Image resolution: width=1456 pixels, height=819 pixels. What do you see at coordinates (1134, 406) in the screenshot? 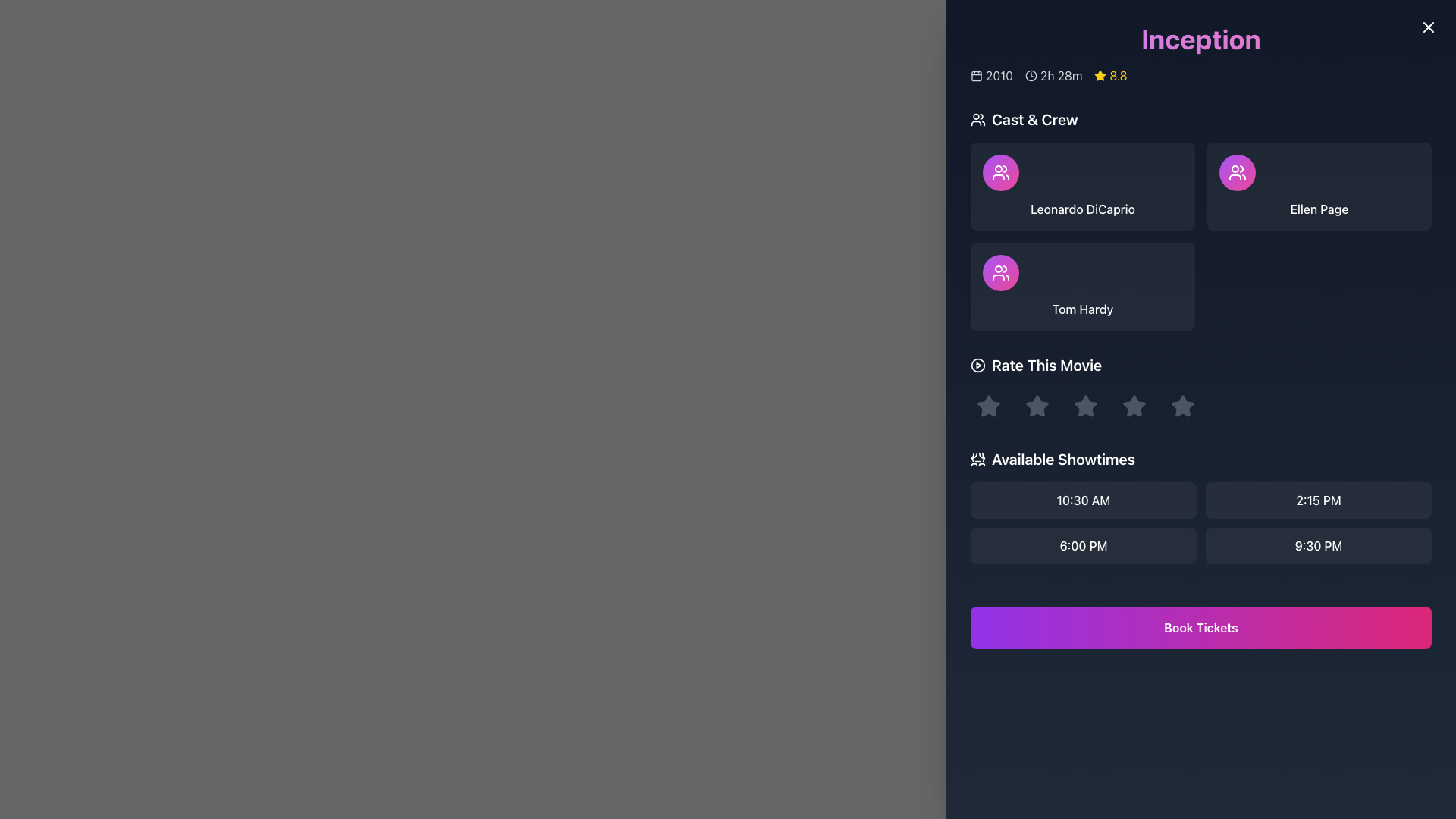
I see `the fourth star in the rating system below the text 'Rate This Movie' to change its appearance` at bounding box center [1134, 406].